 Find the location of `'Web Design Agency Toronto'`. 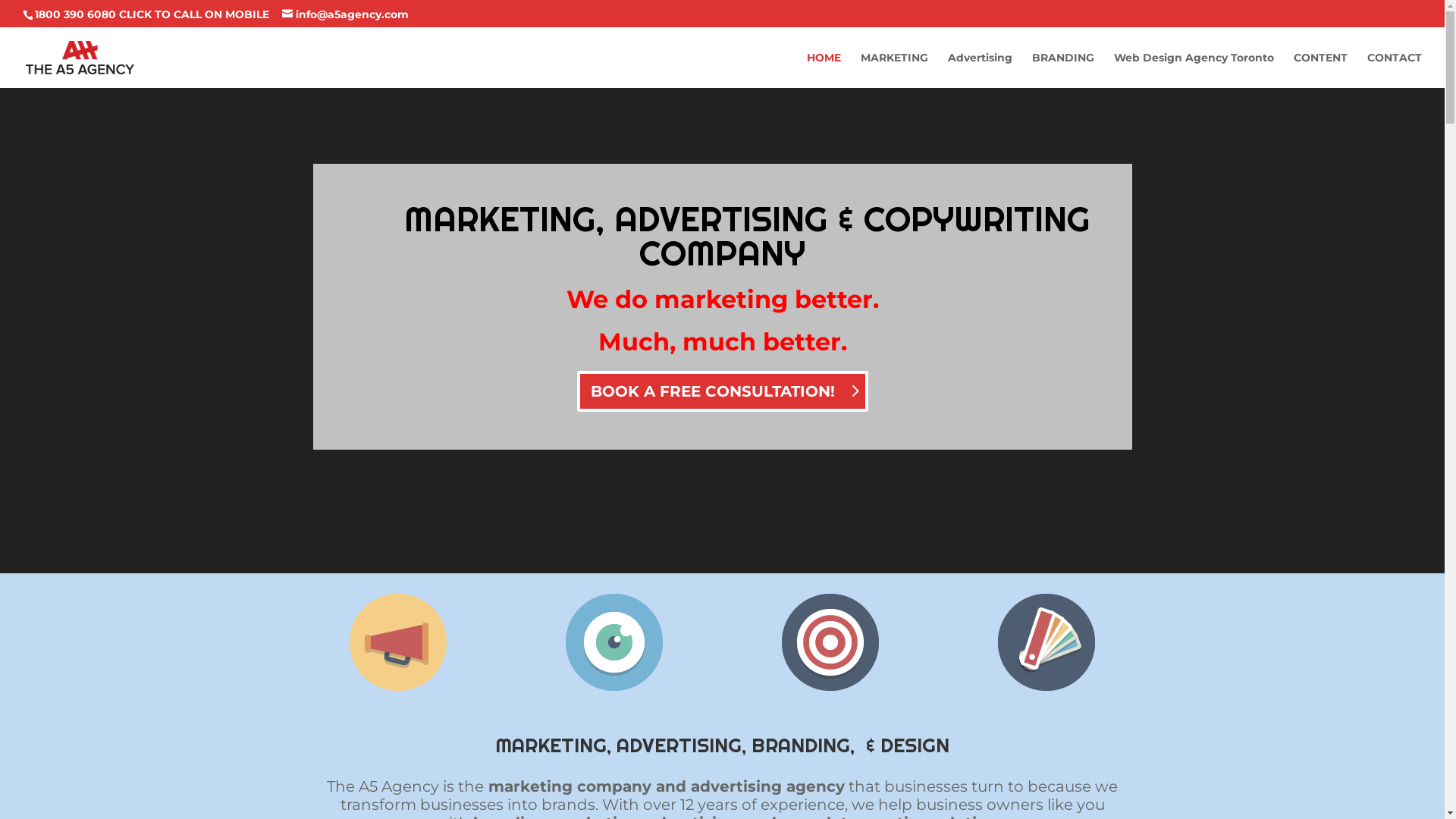

'Web Design Agency Toronto' is located at coordinates (1193, 70).